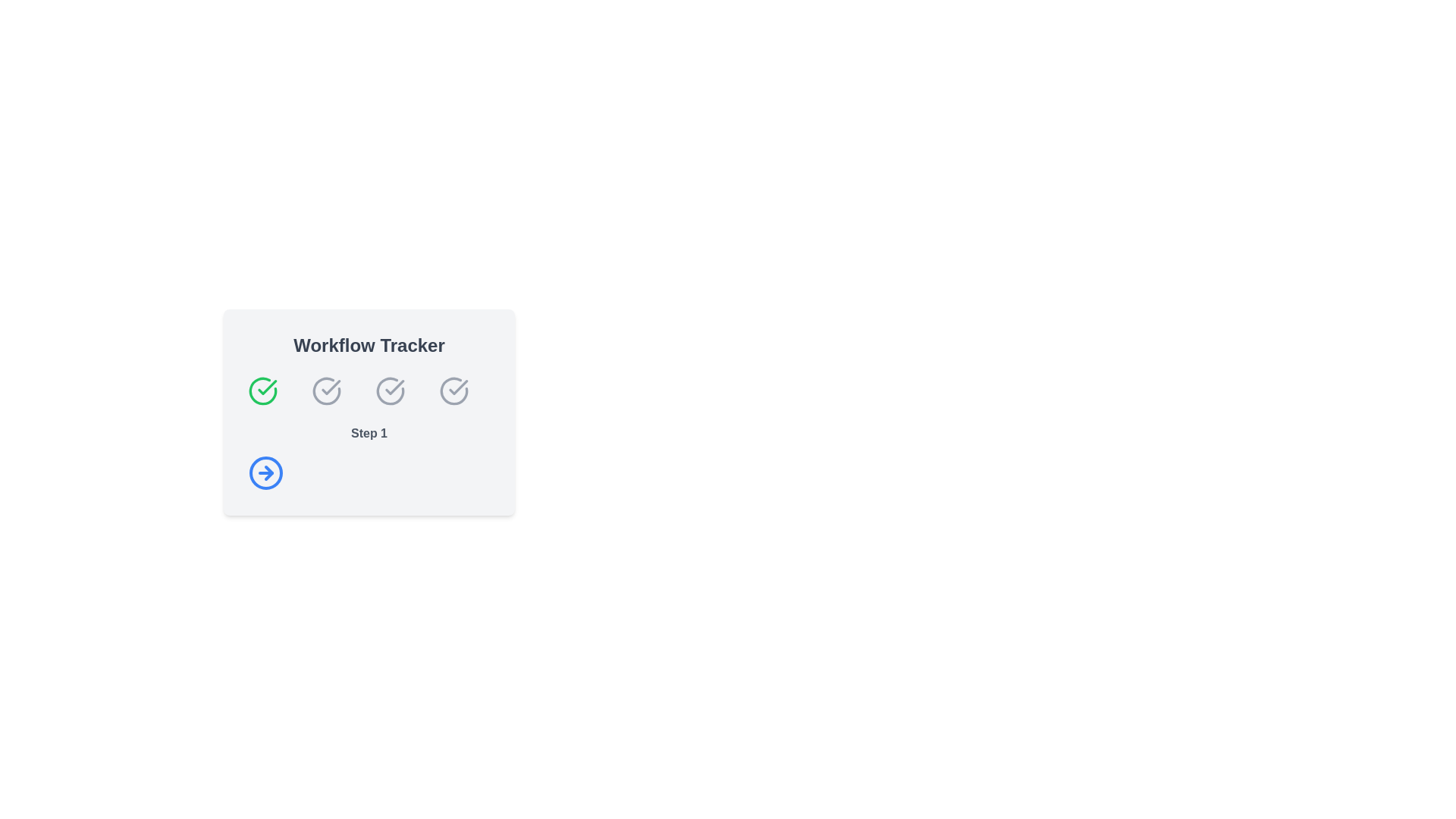  What do you see at coordinates (262, 391) in the screenshot?
I see `the status indicator icon with a green checkmark, which is the first icon in the horizontal series within the 'Workflow Tracker' card` at bounding box center [262, 391].